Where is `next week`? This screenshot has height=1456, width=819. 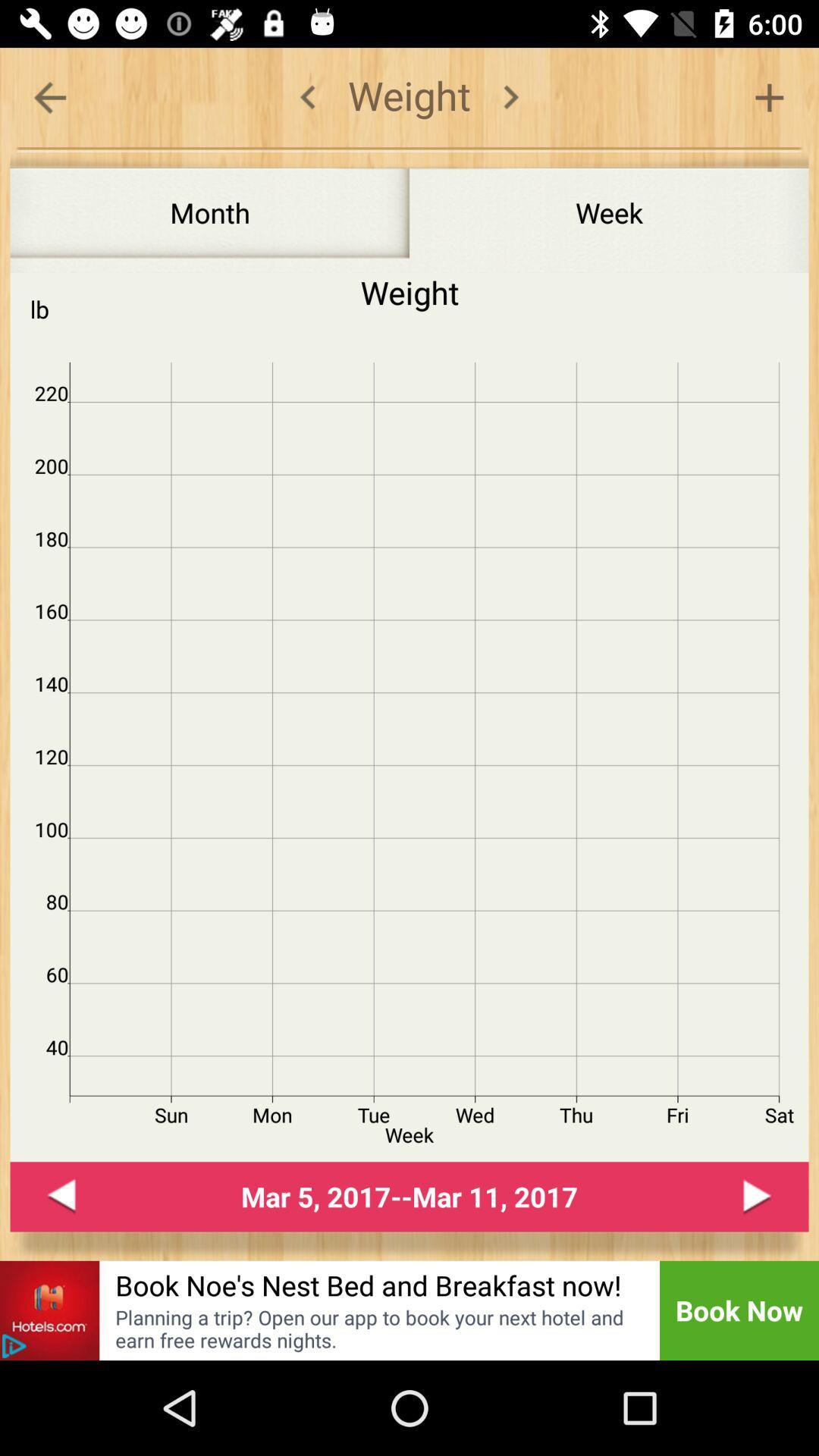 next week is located at coordinates (758, 1196).